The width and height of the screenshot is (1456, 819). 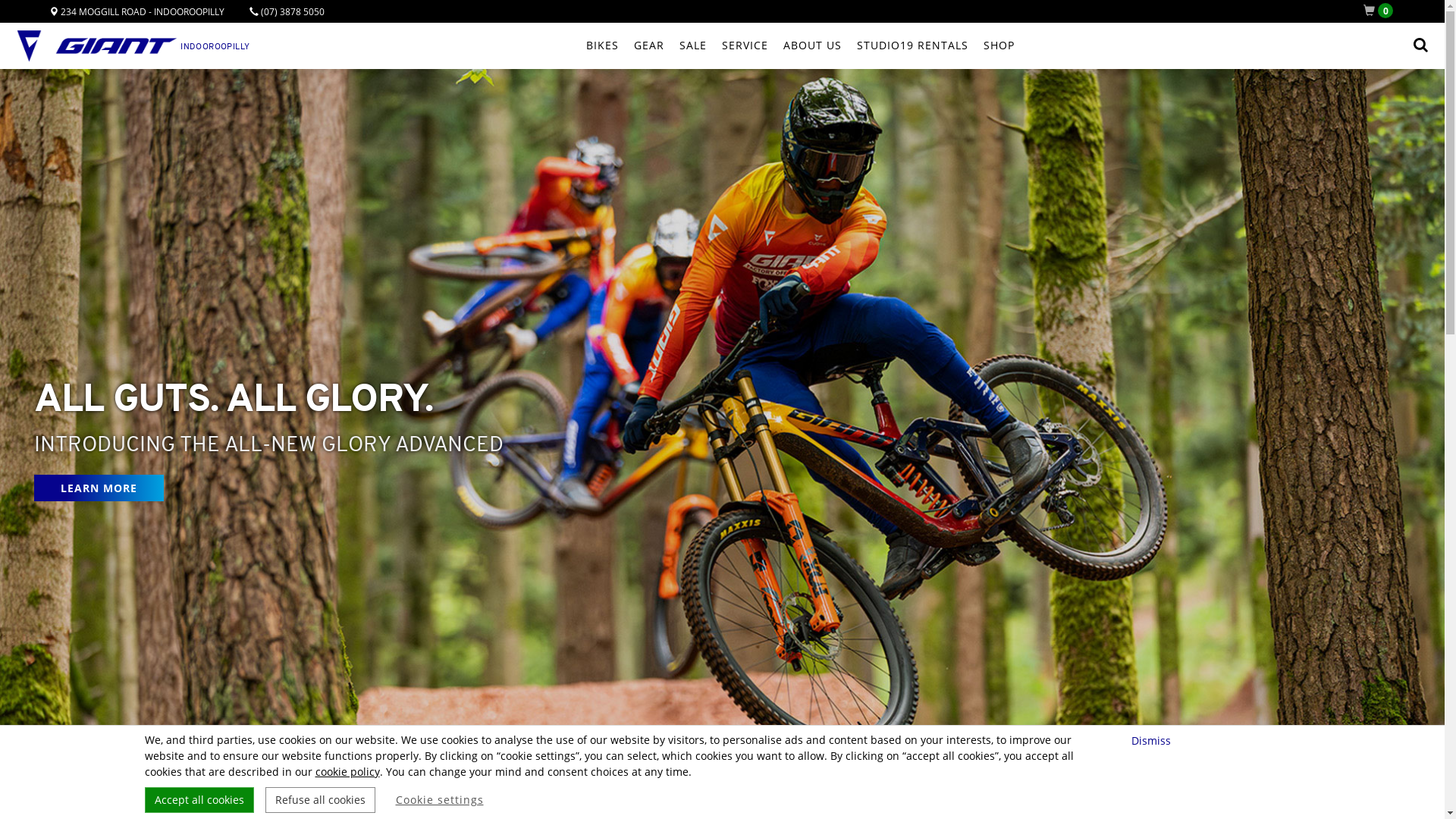 What do you see at coordinates (98, 488) in the screenshot?
I see `'LEARN MORE'` at bounding box center [98, 488].